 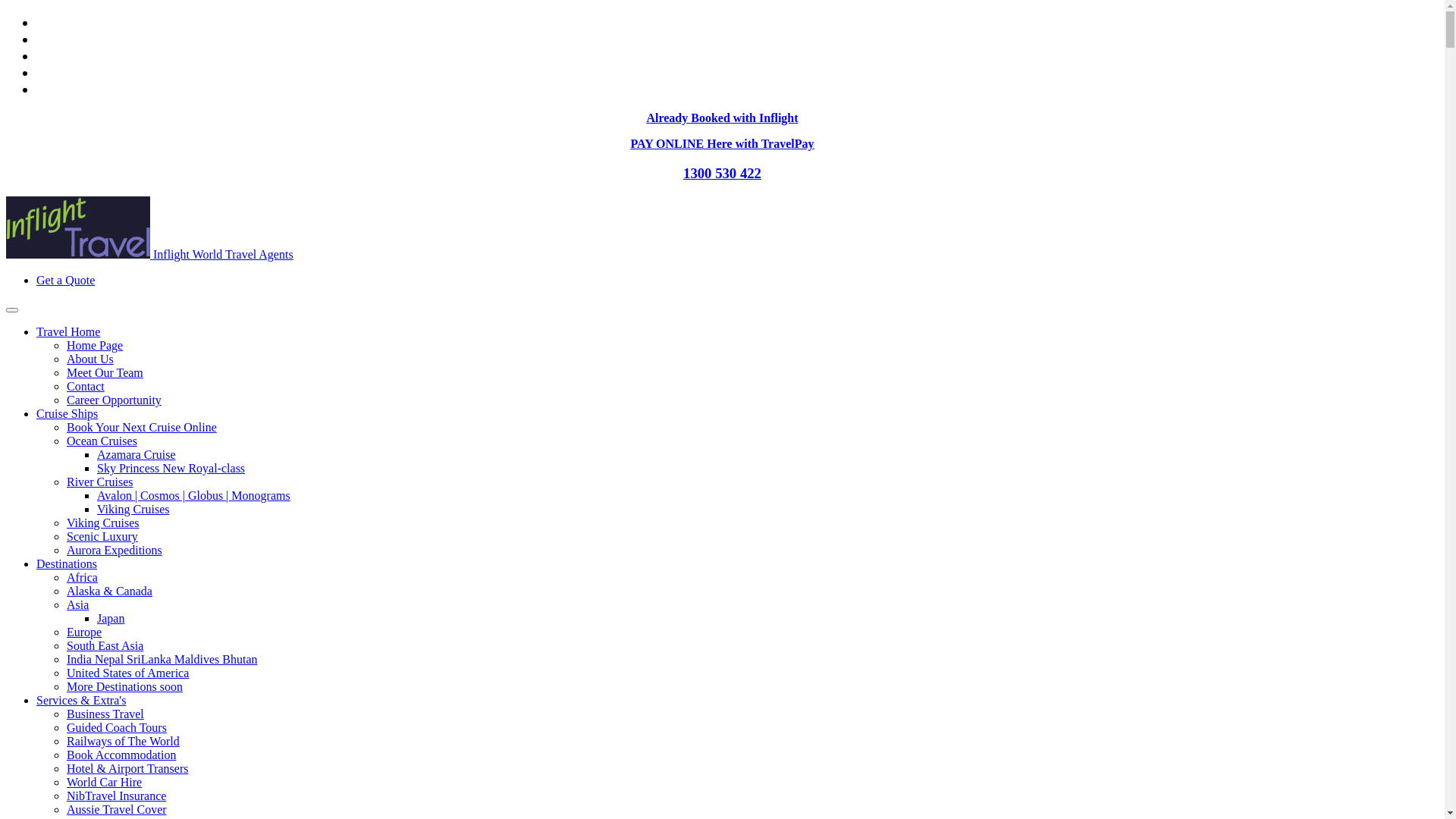 I want to click on 'About Us', so click(x=89, y=359).